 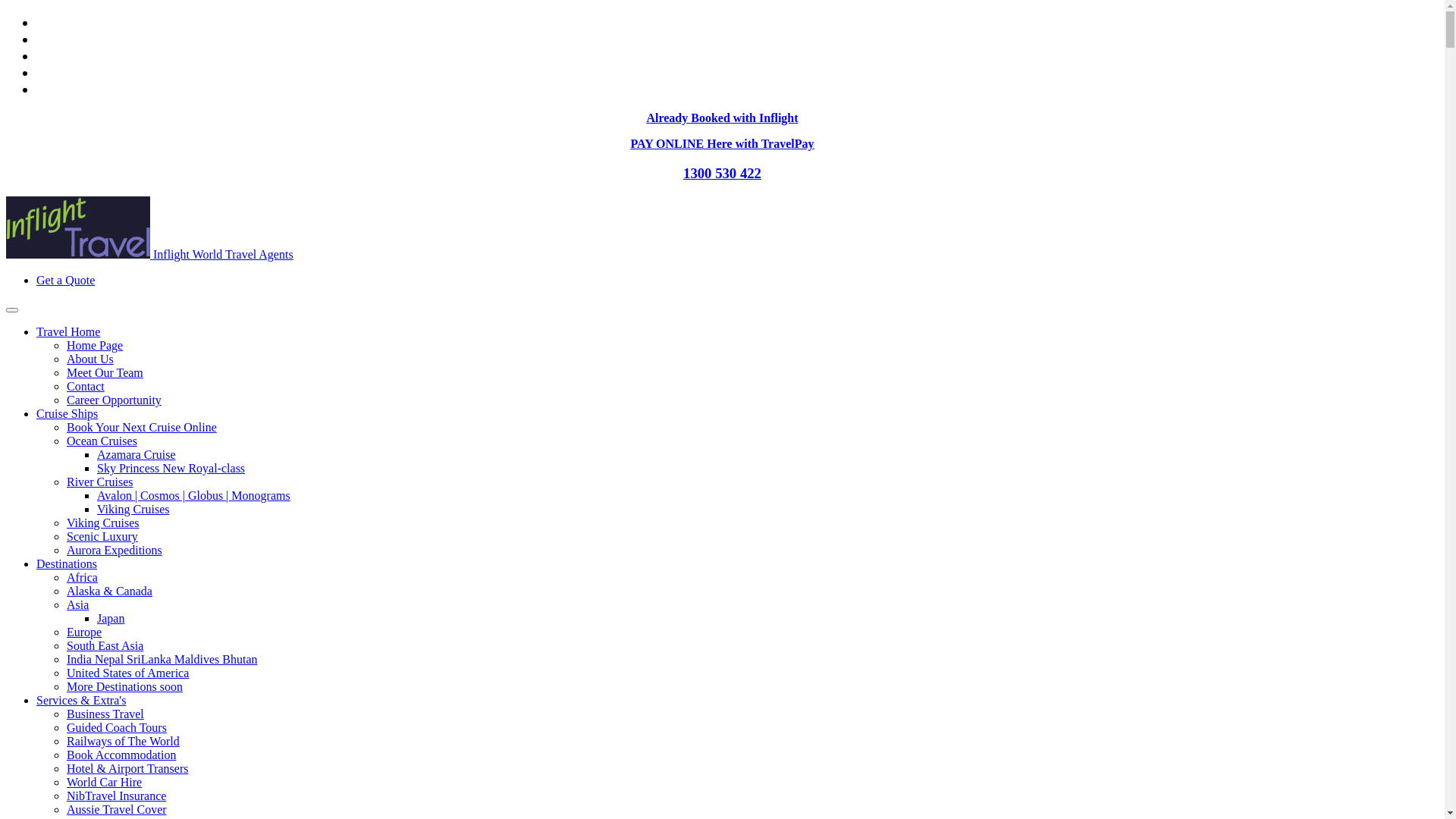 I want to click on 'About Us', so click(x=89, y=359).